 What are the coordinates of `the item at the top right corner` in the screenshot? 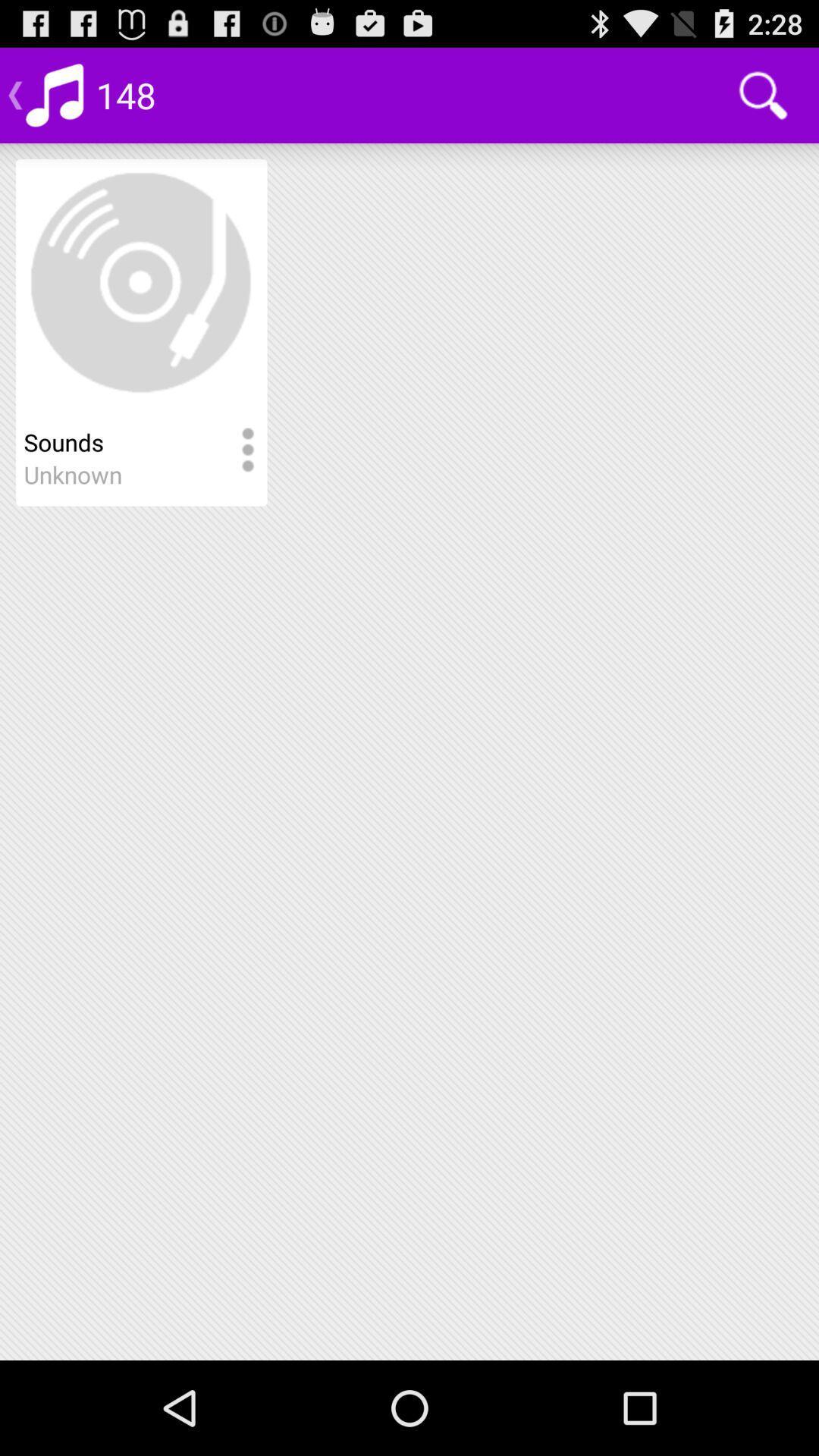 It's located at (763, 94).